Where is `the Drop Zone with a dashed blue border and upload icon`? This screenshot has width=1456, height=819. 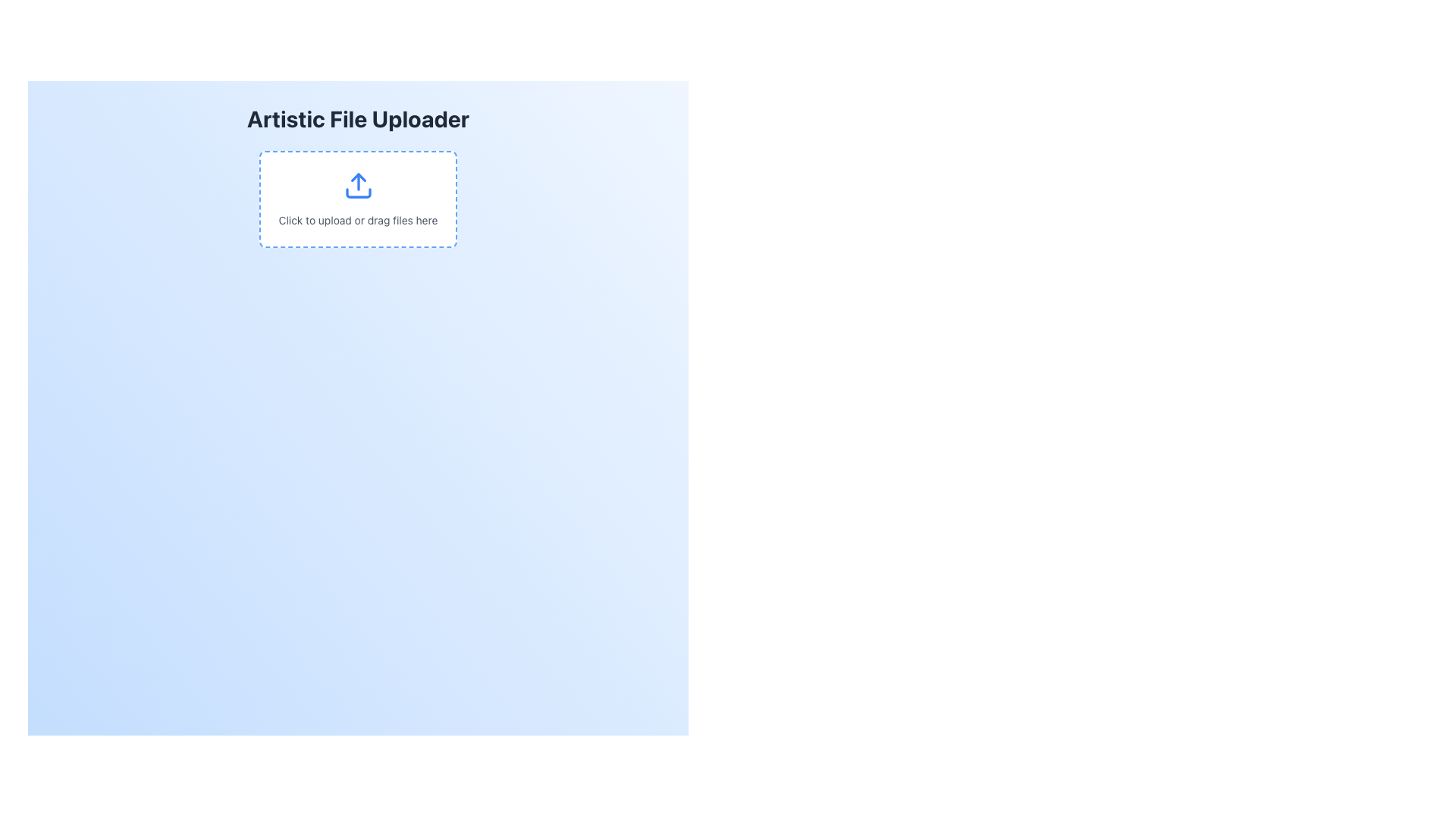
the Drop Zone with a dashed blue border and upload icon is located at coordinates (357, 198).